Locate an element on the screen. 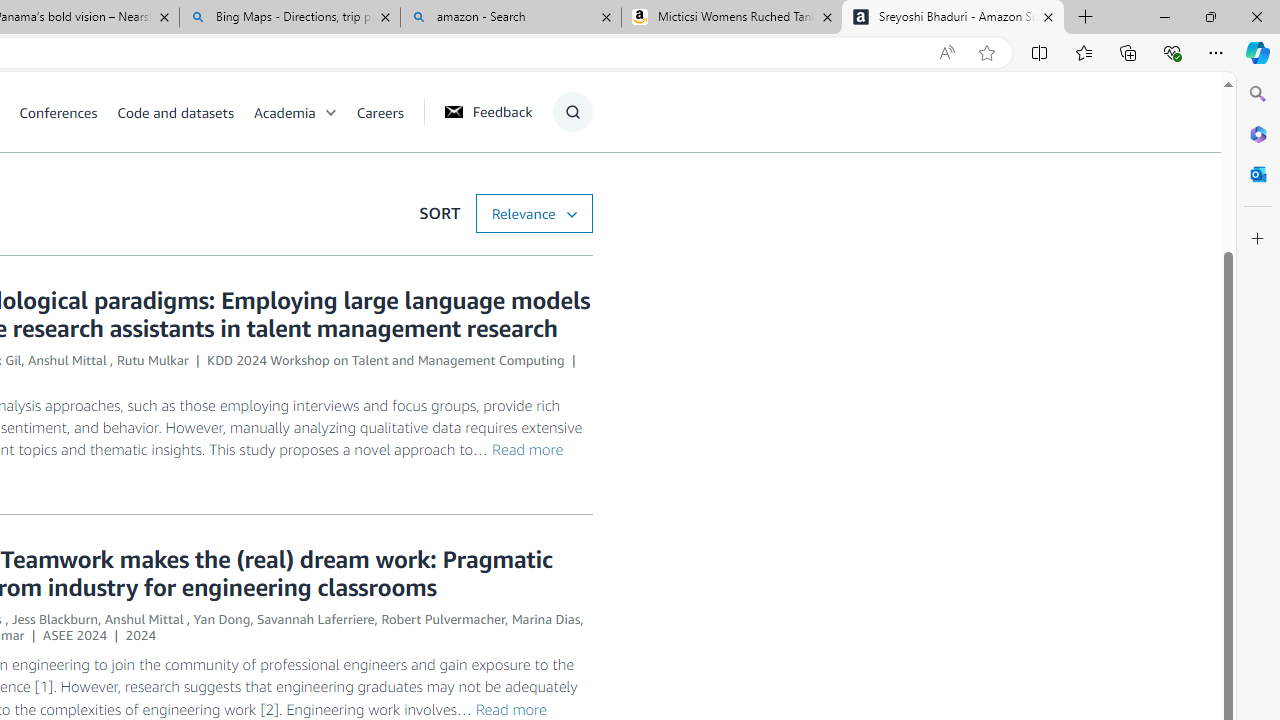 This screenshot has width=1280, height=720. 'amazon - Search' is located at coordinates (510, 17).